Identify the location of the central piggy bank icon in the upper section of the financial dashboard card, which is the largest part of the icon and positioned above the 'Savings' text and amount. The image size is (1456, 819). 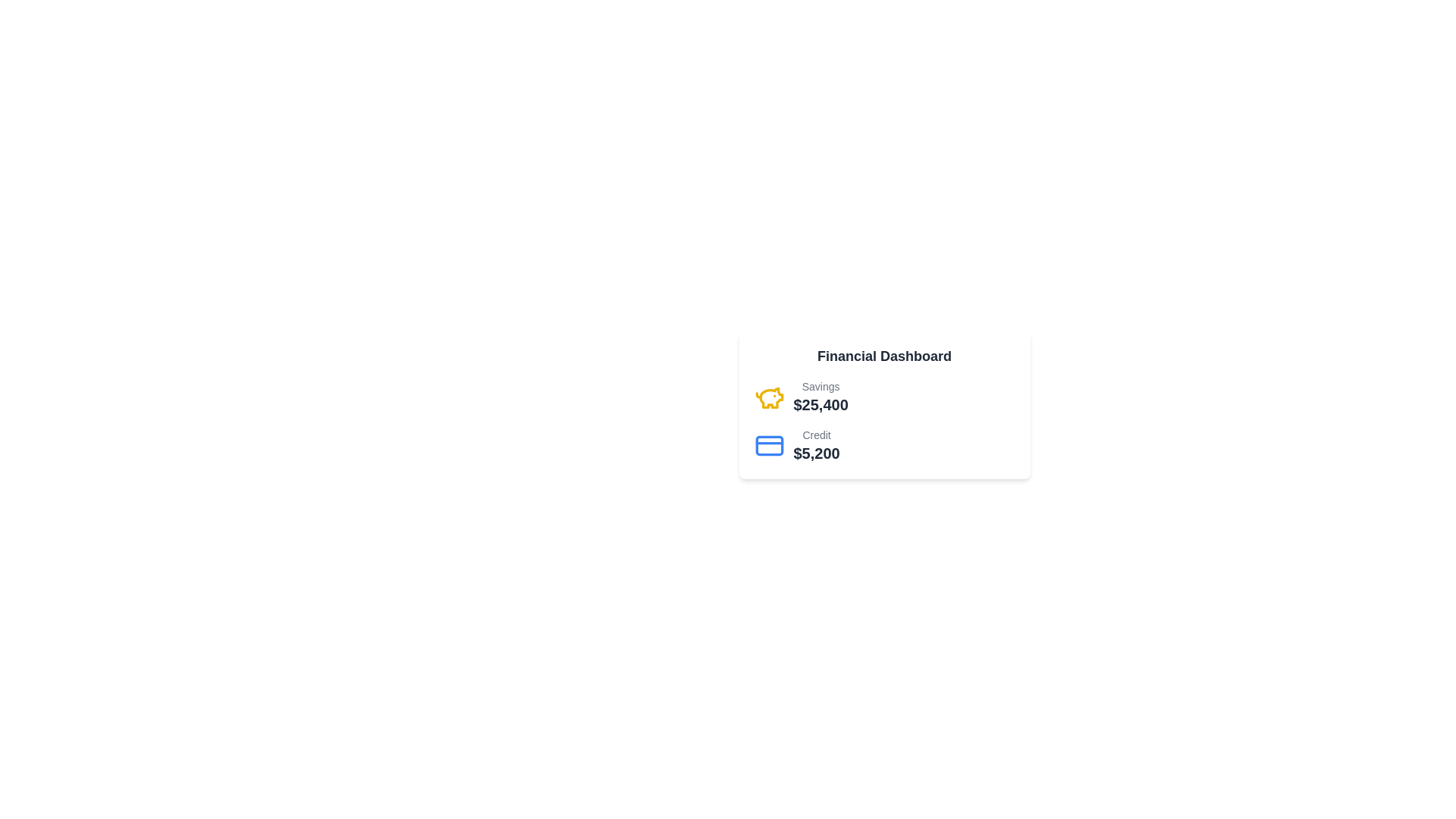
(771, 397).